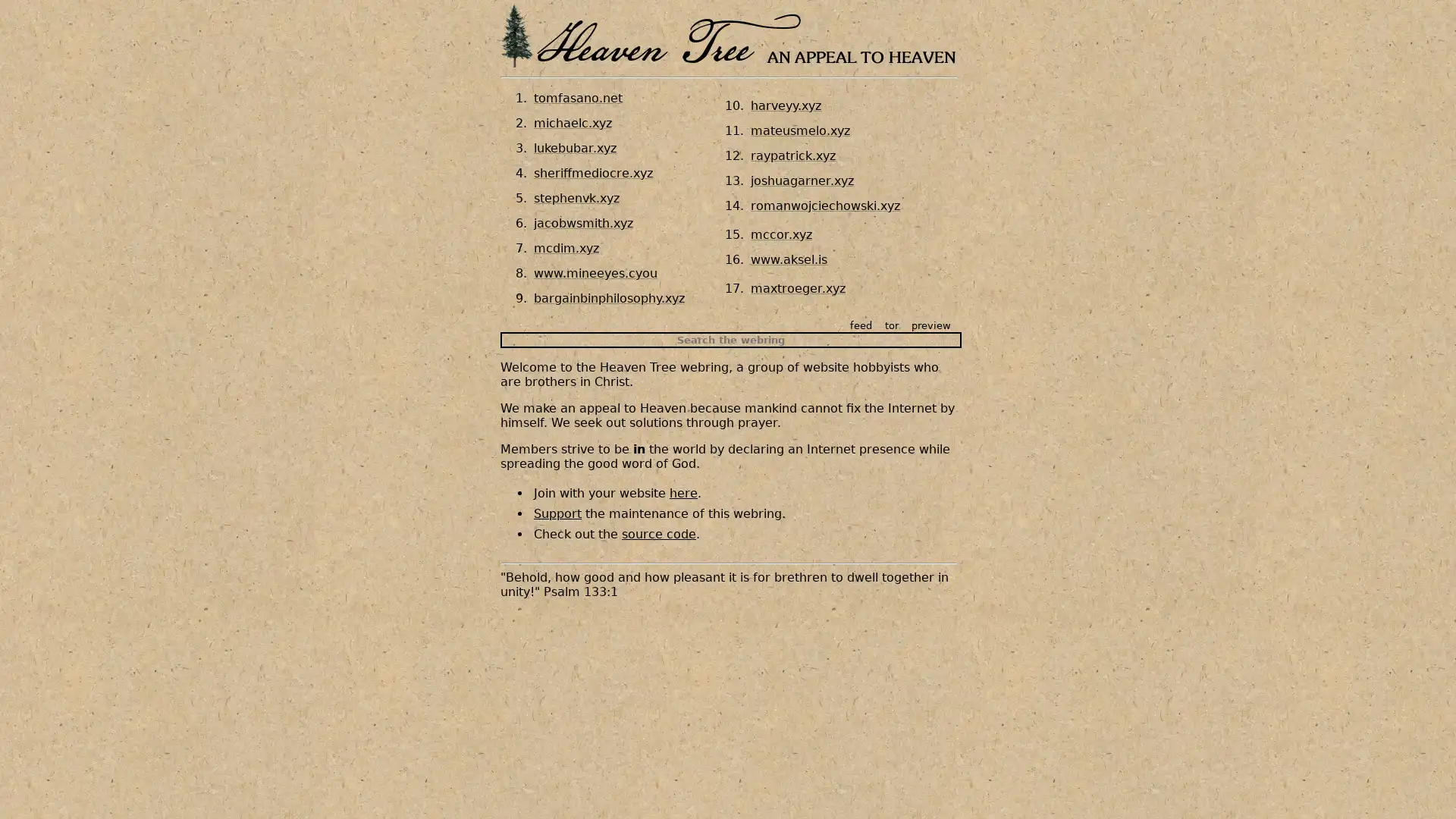  What do you see at coordinates (861, 325) in the screenshot?
I see `feed` at bounding box center [861, 325].